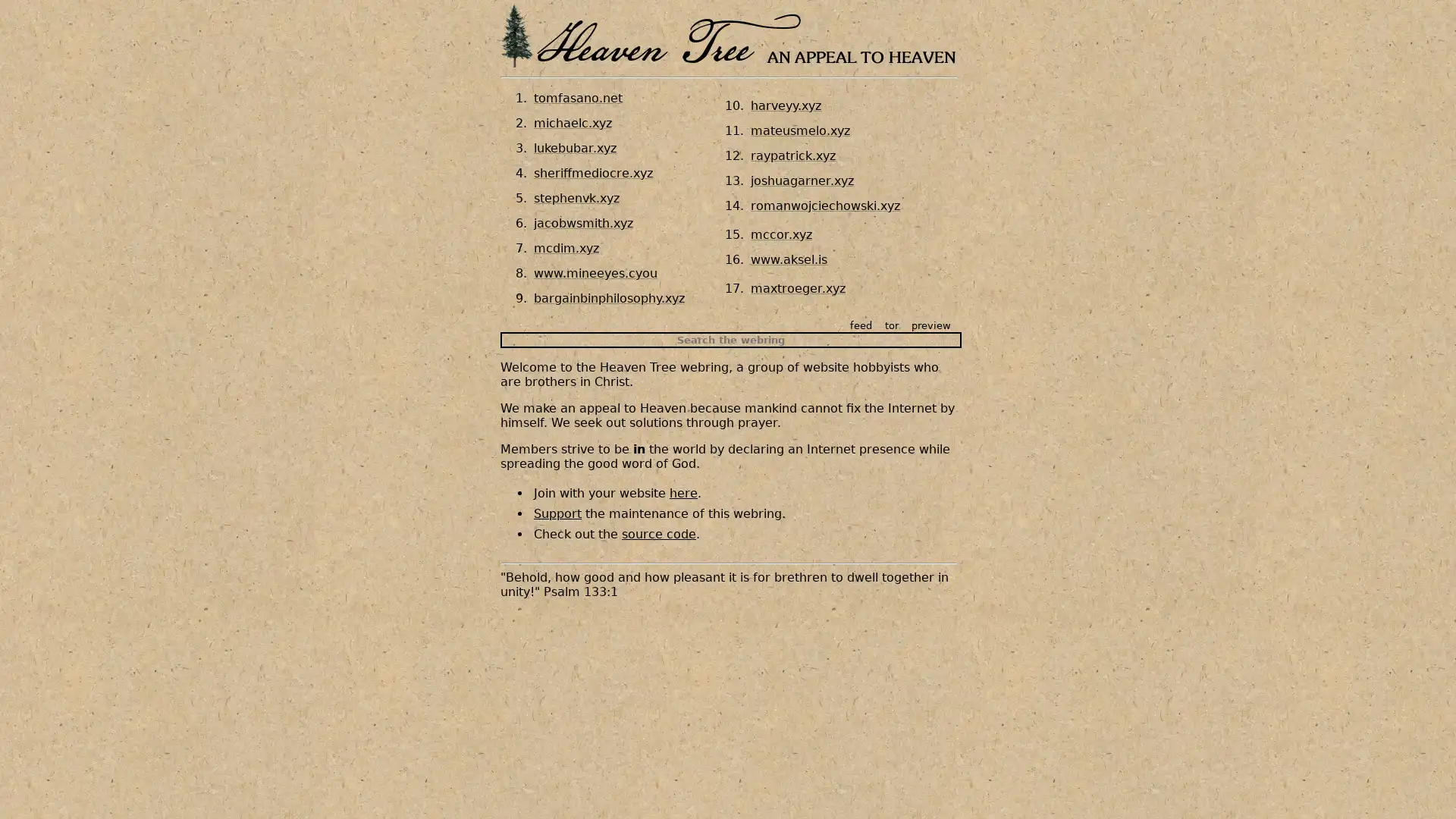  What do you see at coordinates (861, 325) in the screenshot?
I see `feed` at bounding box center [861, 325].